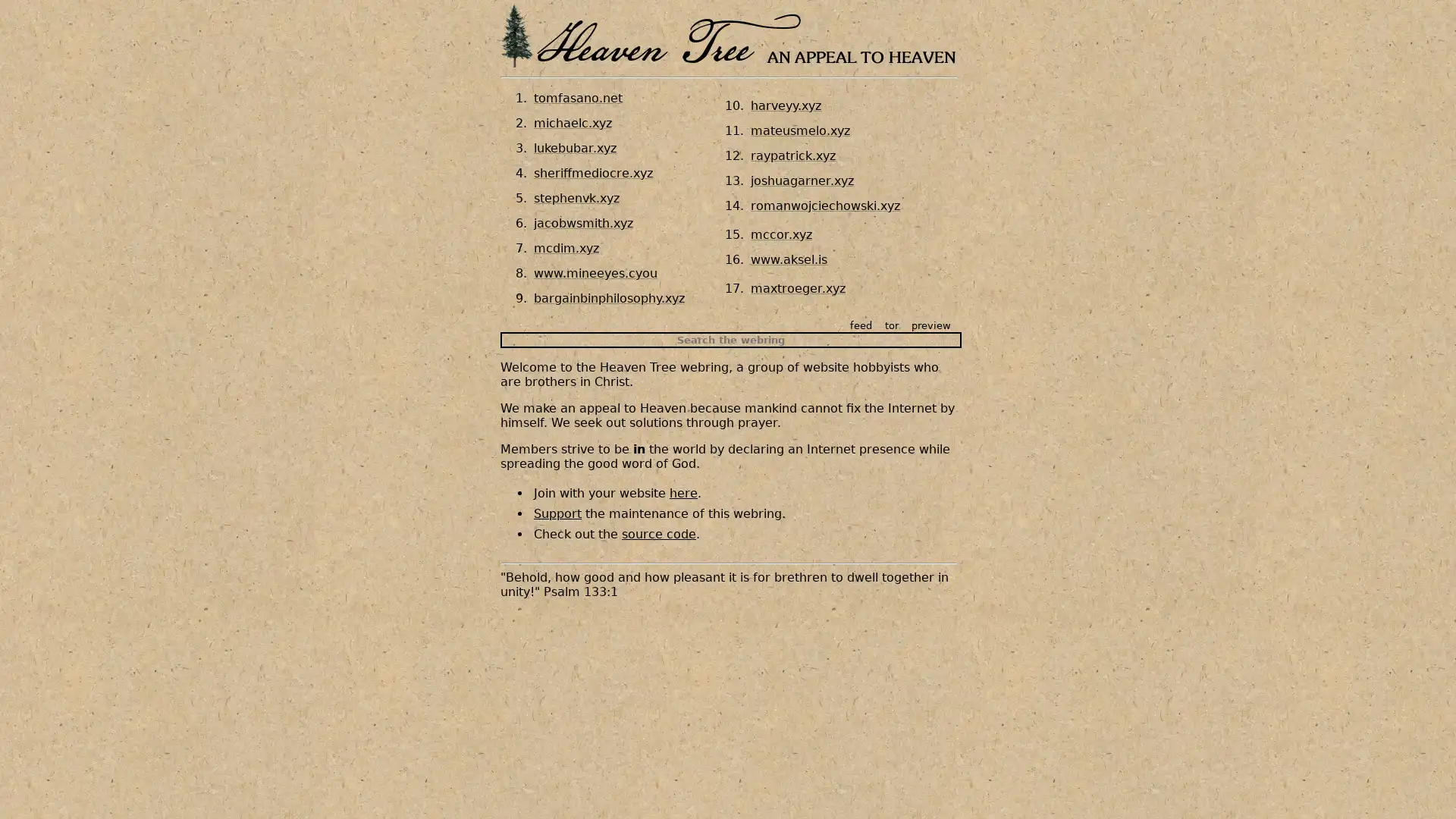  What do you see at coordinates (861, 325) in the screenshot?
I see `feed` at bounding box center [861, 325].